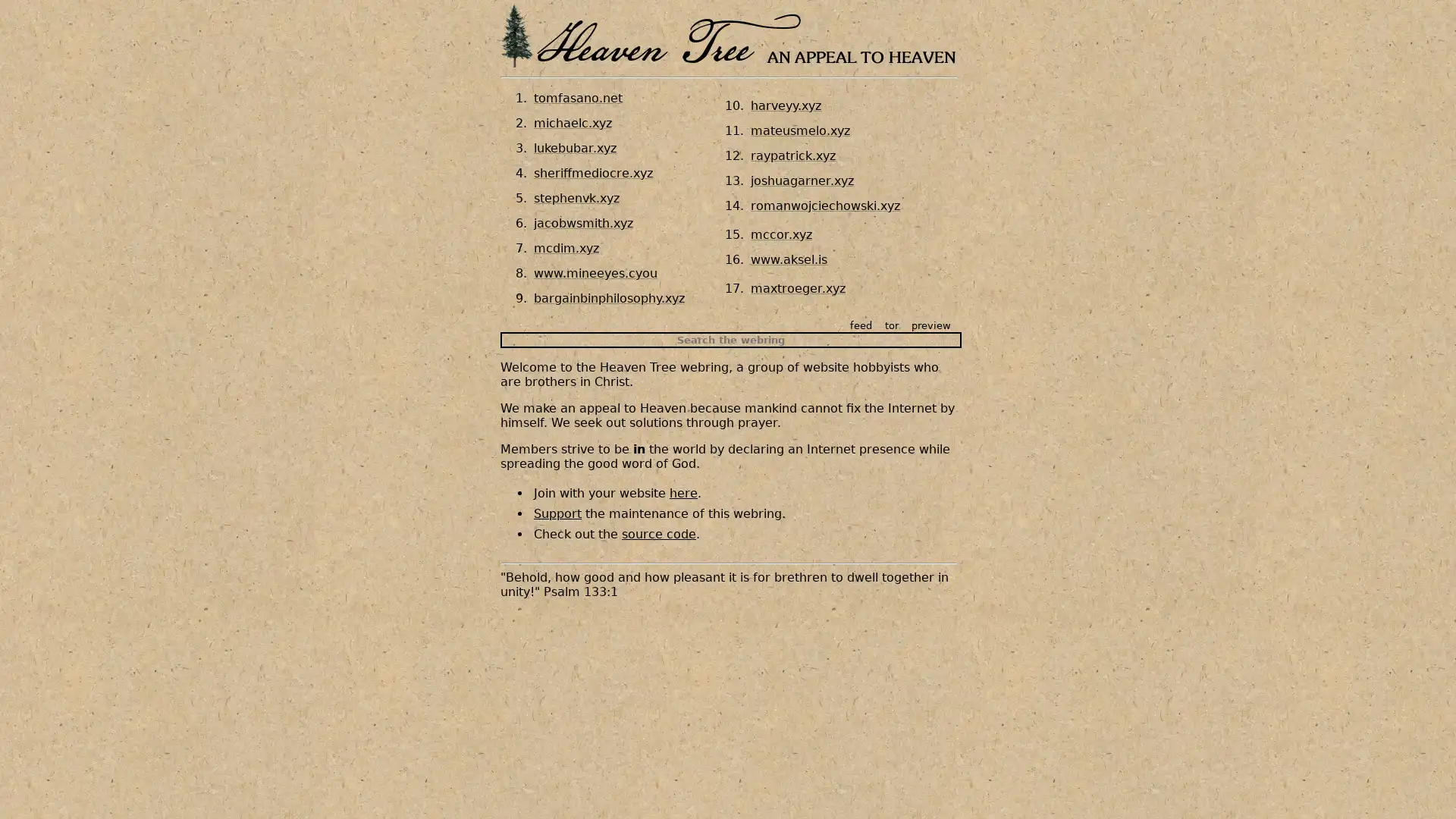  What do you see at coordinates (861, 325) in the screenshot?
I see `feed` at bounding box center [861, 325].